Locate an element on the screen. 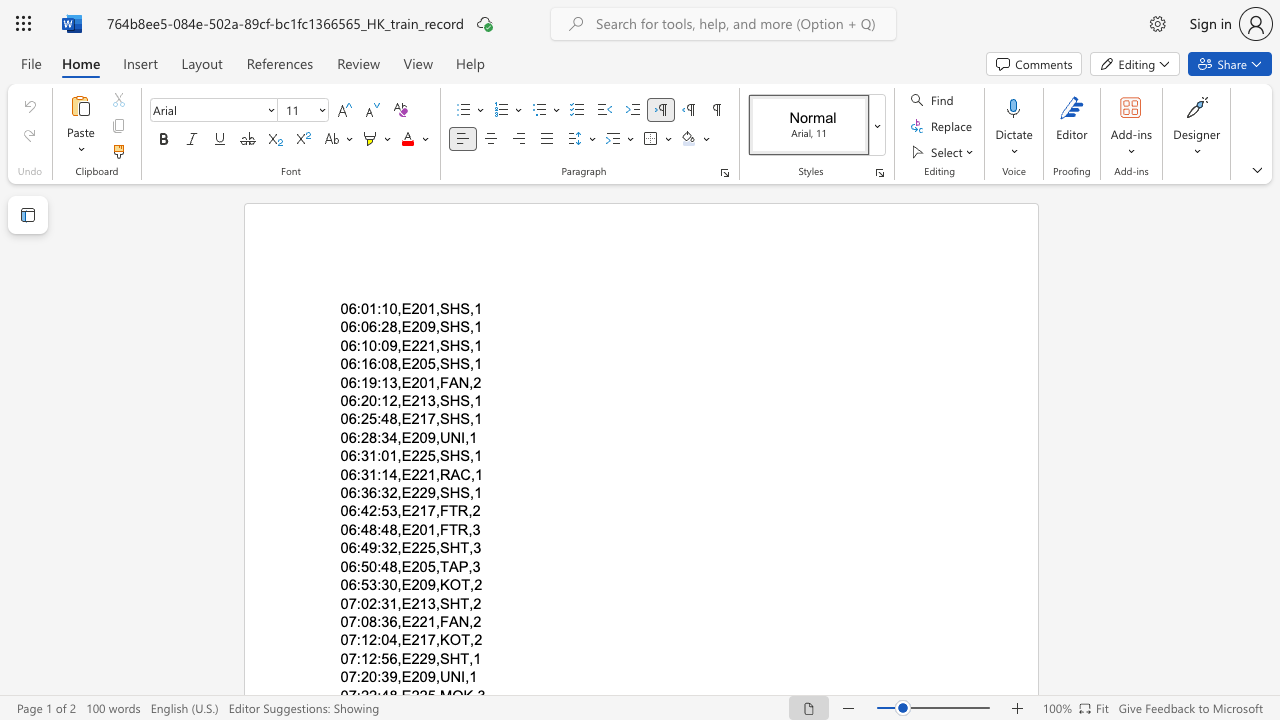  the subset text "6:28:34,E2" within the text "06:28:34,E209,UNI,1" is located at coordinates (348, 436).